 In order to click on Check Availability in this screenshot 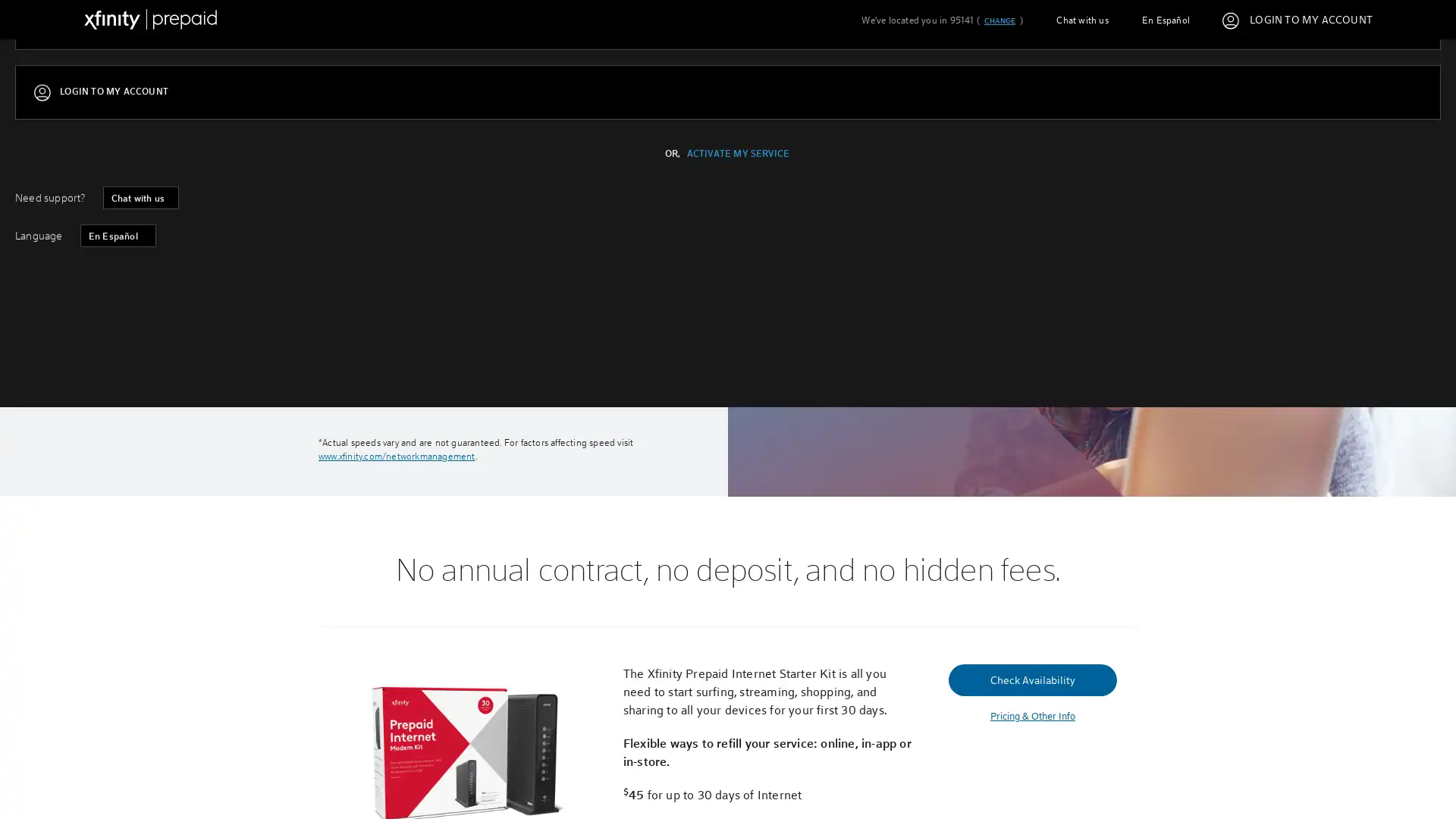, I will do `click(1031, 678)`.